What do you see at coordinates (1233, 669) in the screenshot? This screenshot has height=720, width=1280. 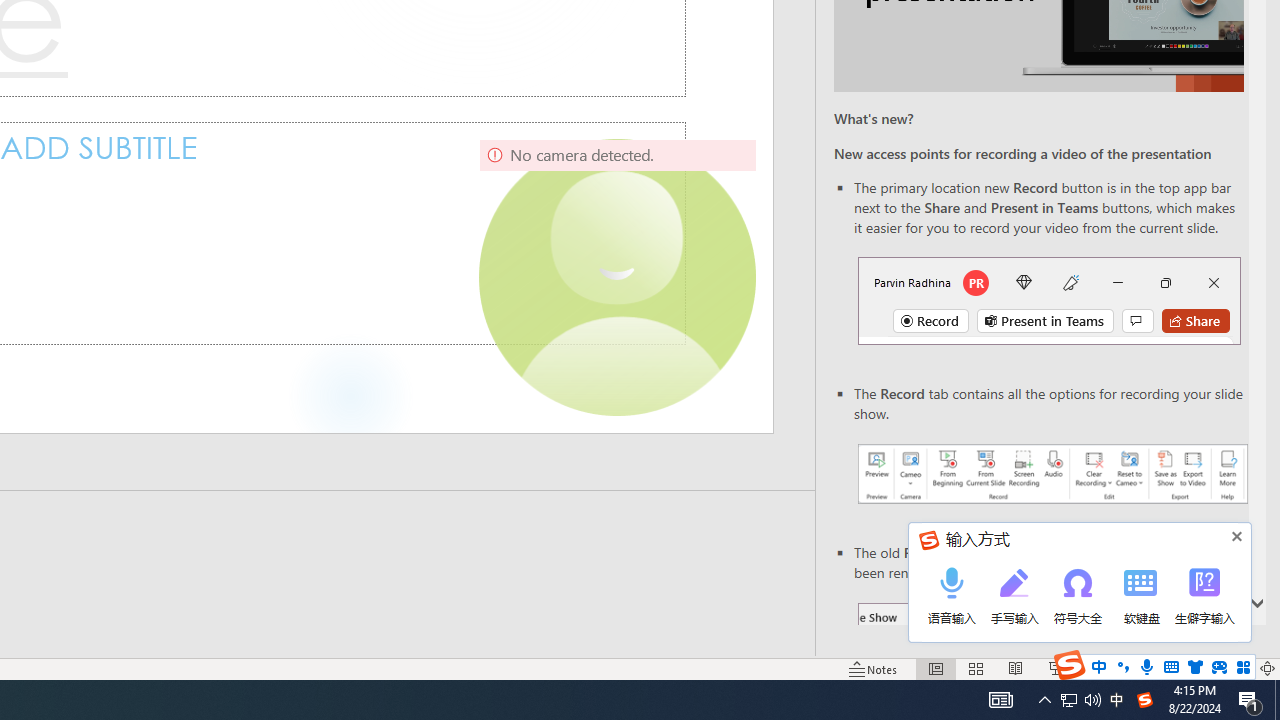 I see `'Zoom 131%'` at bounding box center [1233, 669].